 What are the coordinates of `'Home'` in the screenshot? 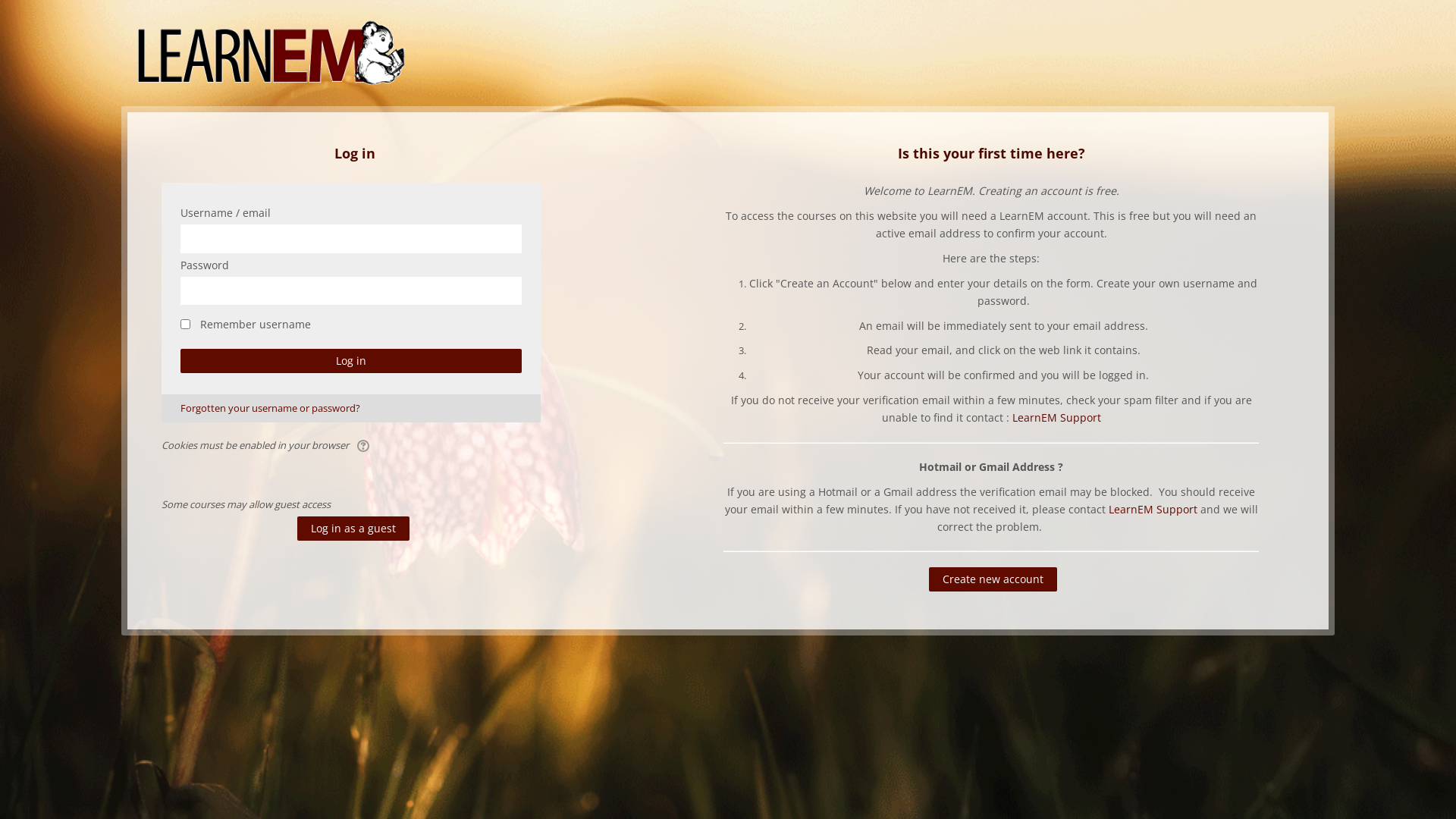 It's located at (271, 51).